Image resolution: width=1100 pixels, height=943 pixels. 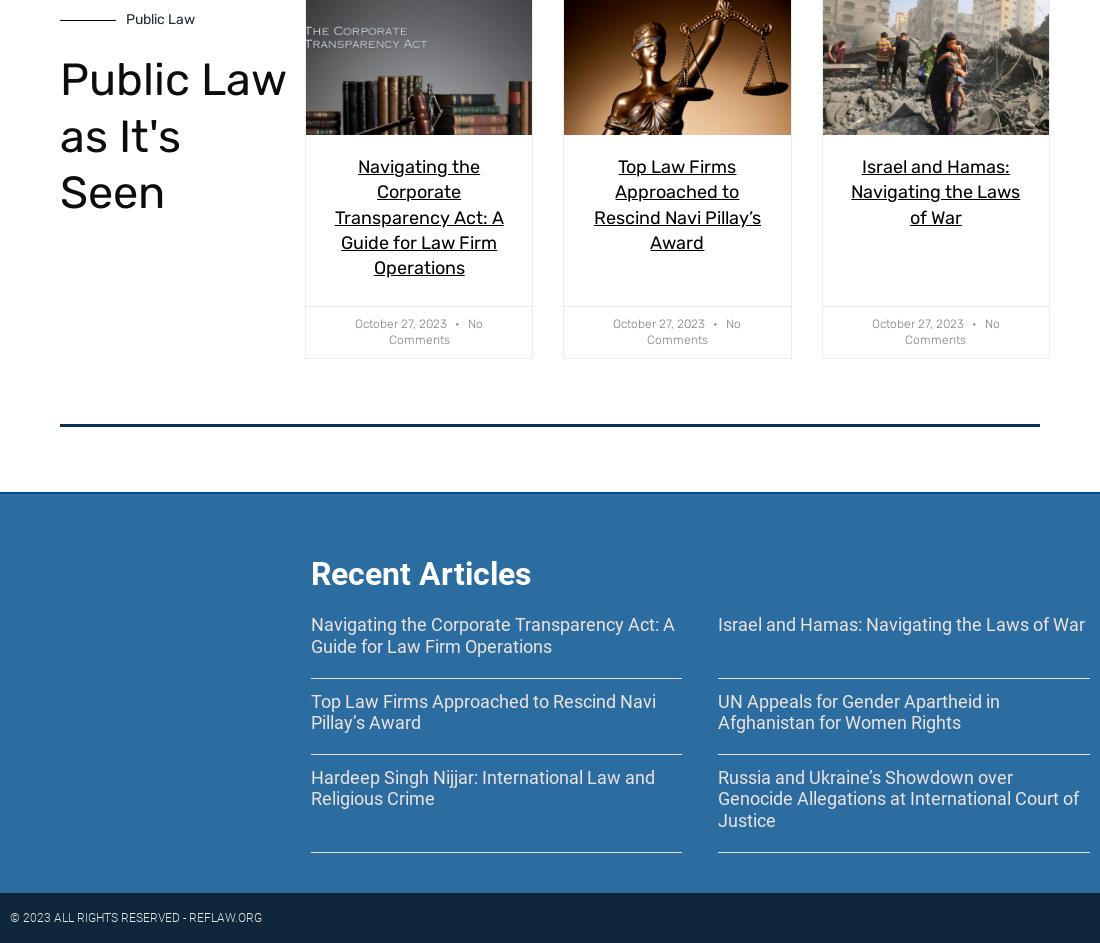 I want to click on 'Public Law', so click(x=159, y=19).